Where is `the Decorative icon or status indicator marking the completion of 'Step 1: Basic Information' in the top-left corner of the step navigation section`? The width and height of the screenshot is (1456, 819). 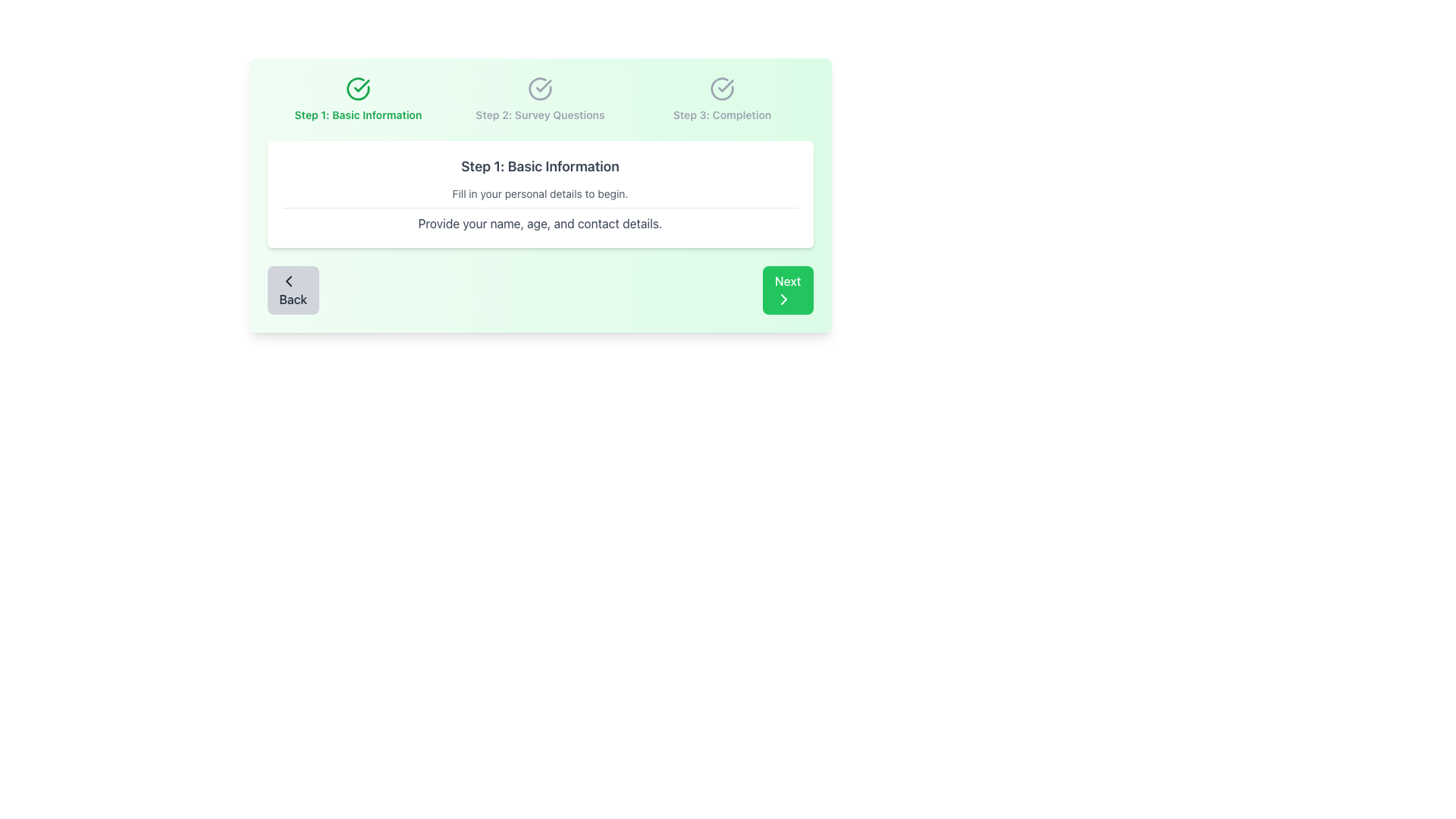 the Decorative icon or status indicator marking the completion of 'Step 1: Basic Information' in the top-left corner of the step navigation section is located at coordinates (357, 89).